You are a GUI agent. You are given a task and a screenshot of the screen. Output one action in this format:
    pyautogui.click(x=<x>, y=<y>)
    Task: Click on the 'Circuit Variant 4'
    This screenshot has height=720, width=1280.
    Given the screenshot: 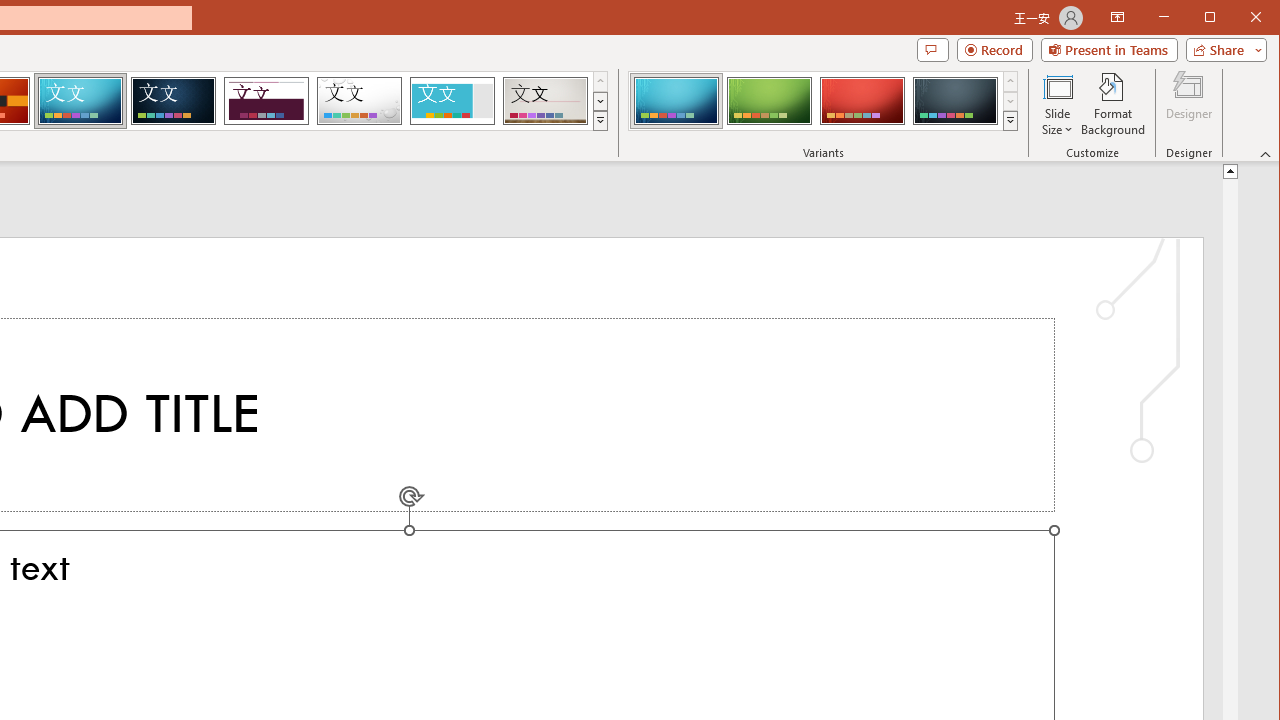 What is the action you would take?
    pyautogui.click(x=954, y=100)
    